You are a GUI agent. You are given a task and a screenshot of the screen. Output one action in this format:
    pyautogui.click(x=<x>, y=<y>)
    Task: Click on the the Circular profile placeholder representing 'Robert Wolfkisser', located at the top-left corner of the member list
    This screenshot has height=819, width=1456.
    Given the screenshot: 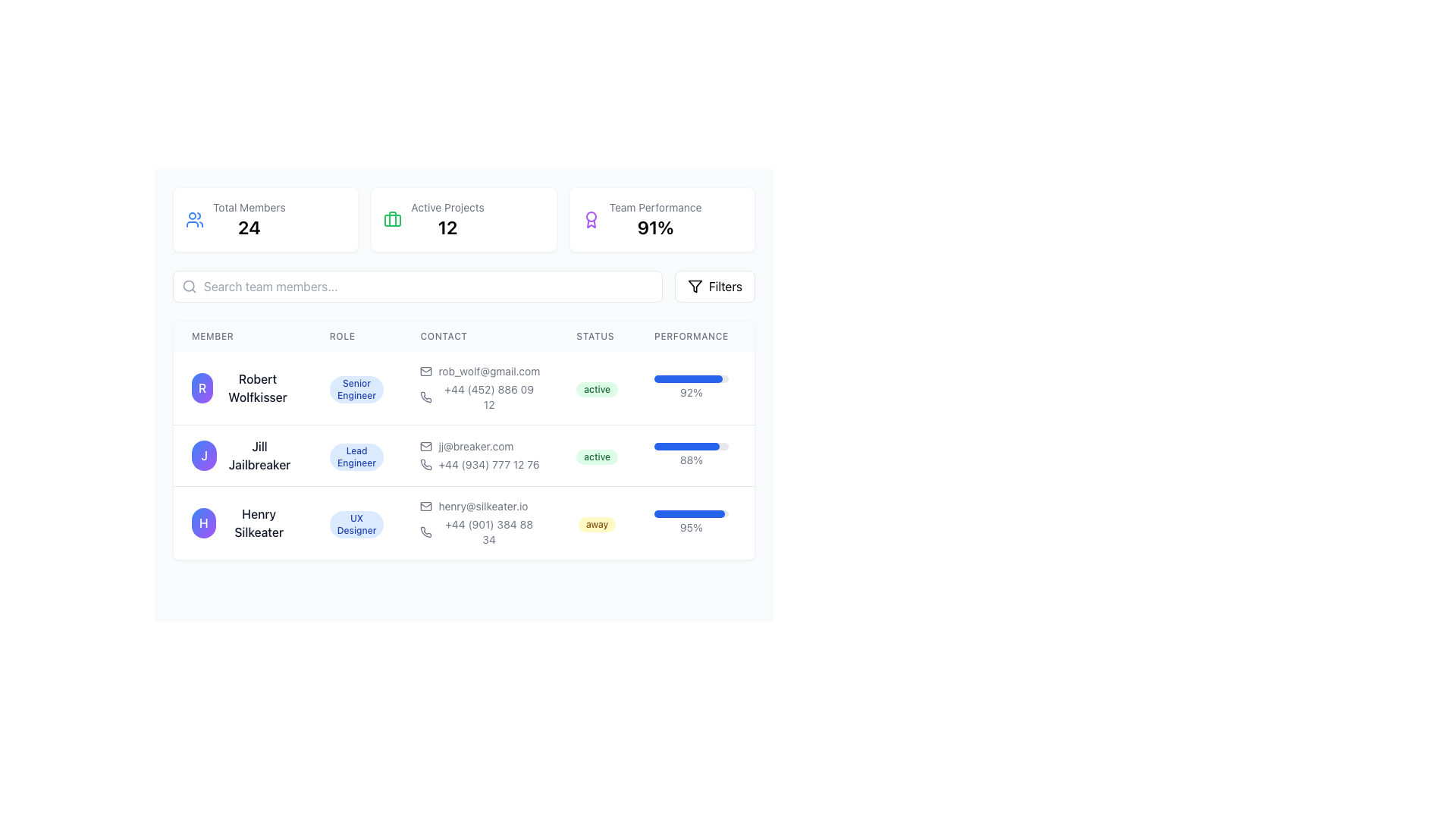 What is the action you would take?
    pyautogui.click(x=202, y=388)
    